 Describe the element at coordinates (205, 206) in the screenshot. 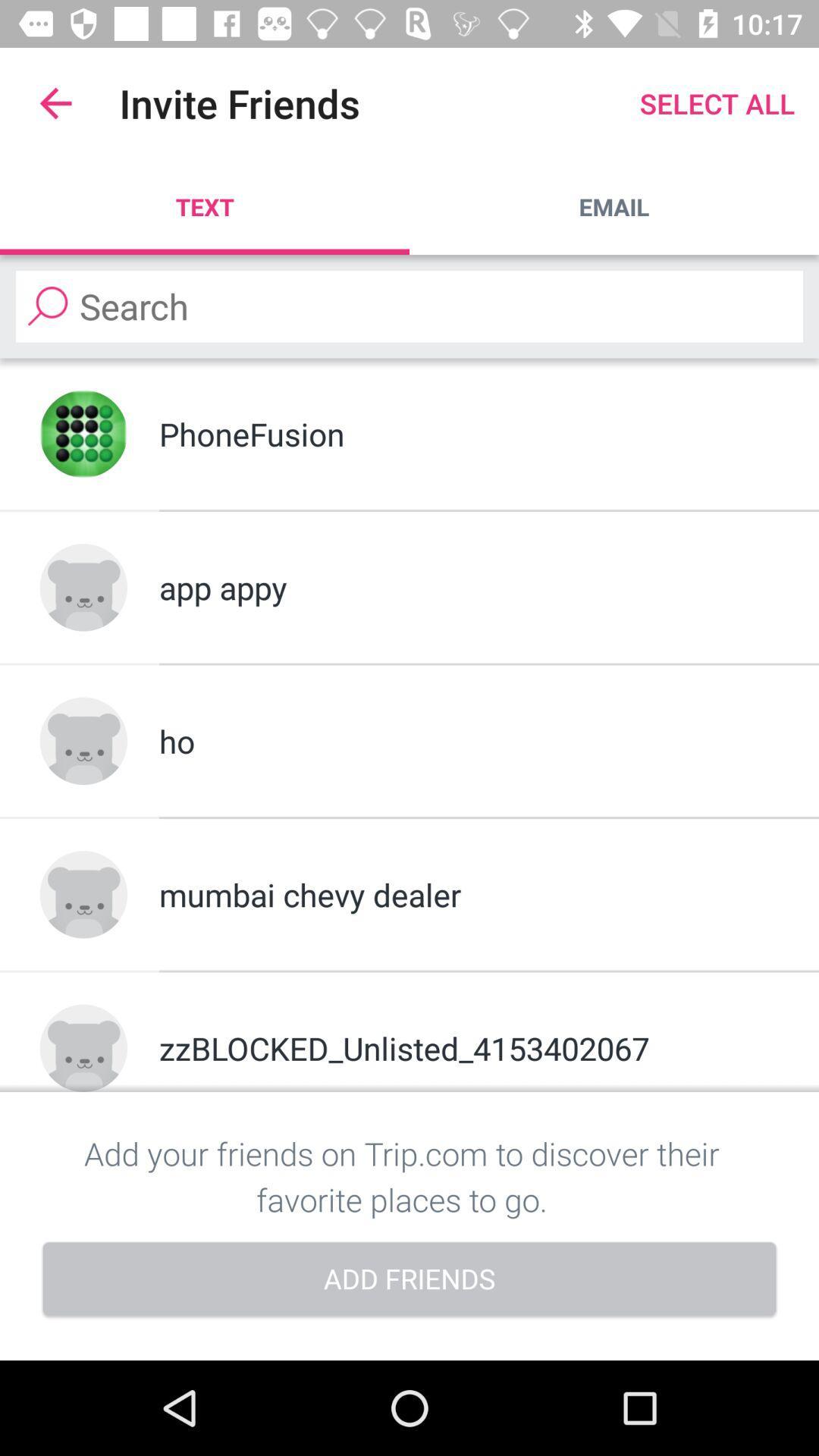

I see `app to the left of the email item` at that location.